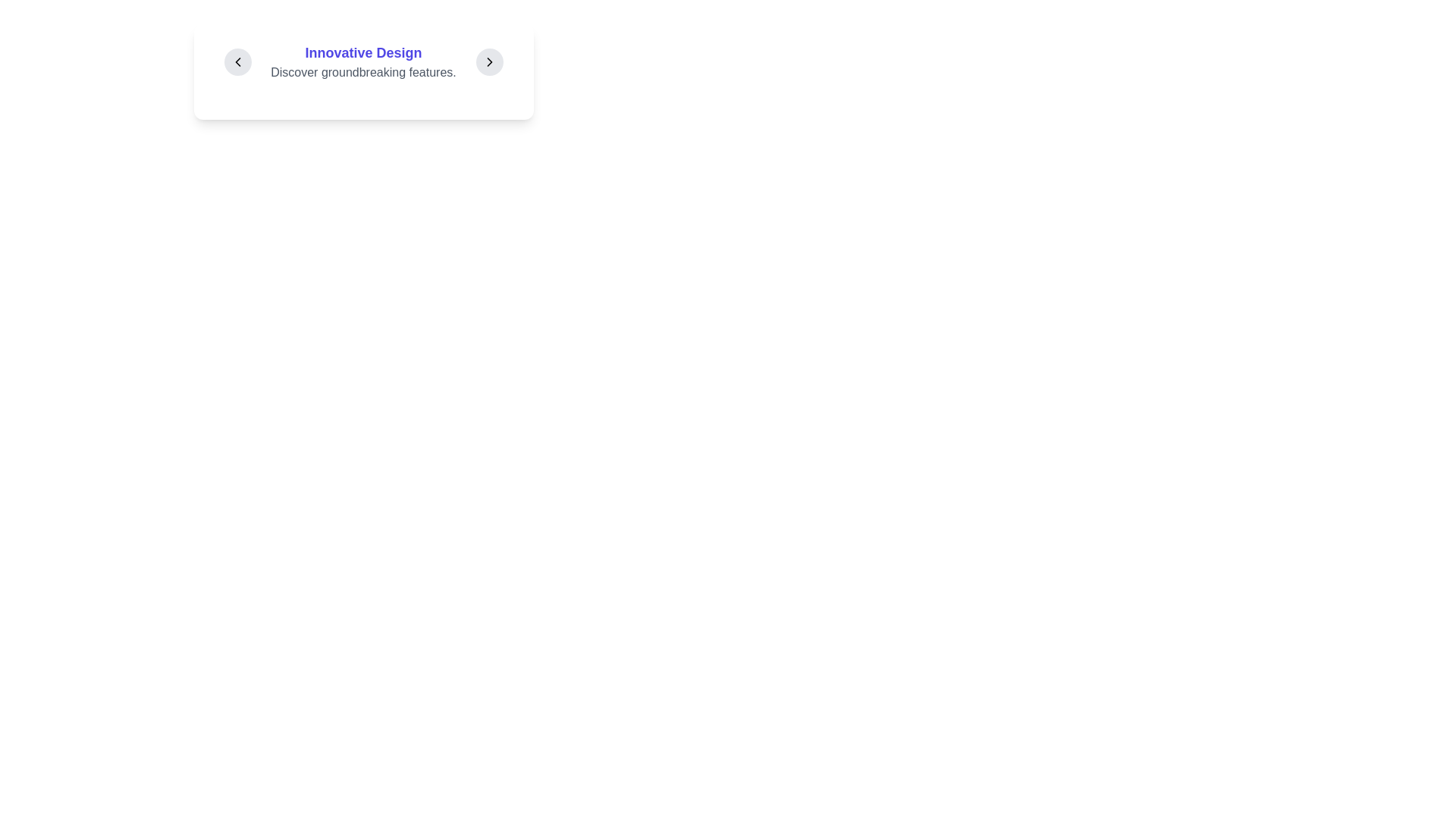 The image size is (1456, 819). I want to click on the Informative Card displaying 'Innovative Design' in bold indigo font and the subtitle 'Discover groundbreaking features.', so click(362, 72).